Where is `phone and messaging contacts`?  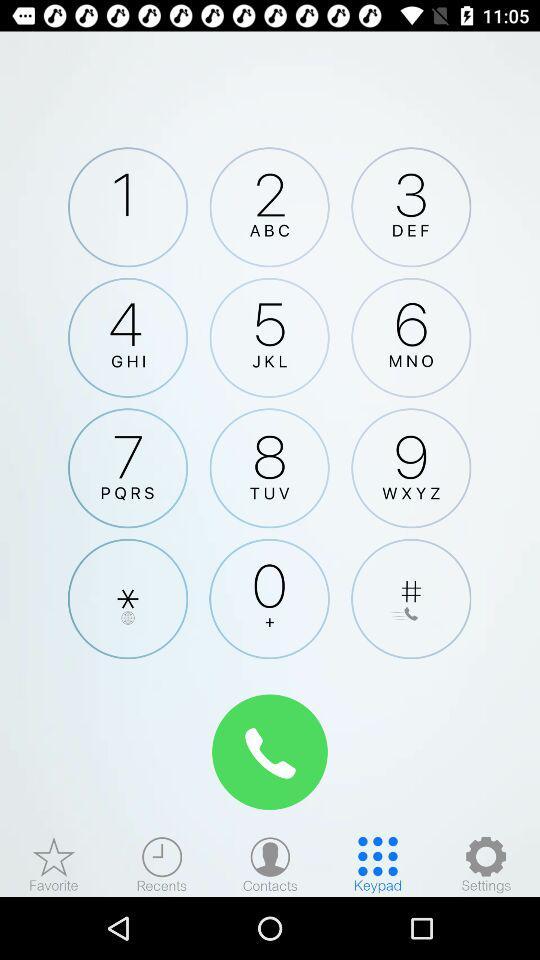 phone and messaging contacts is located at coordinates (270, 863).